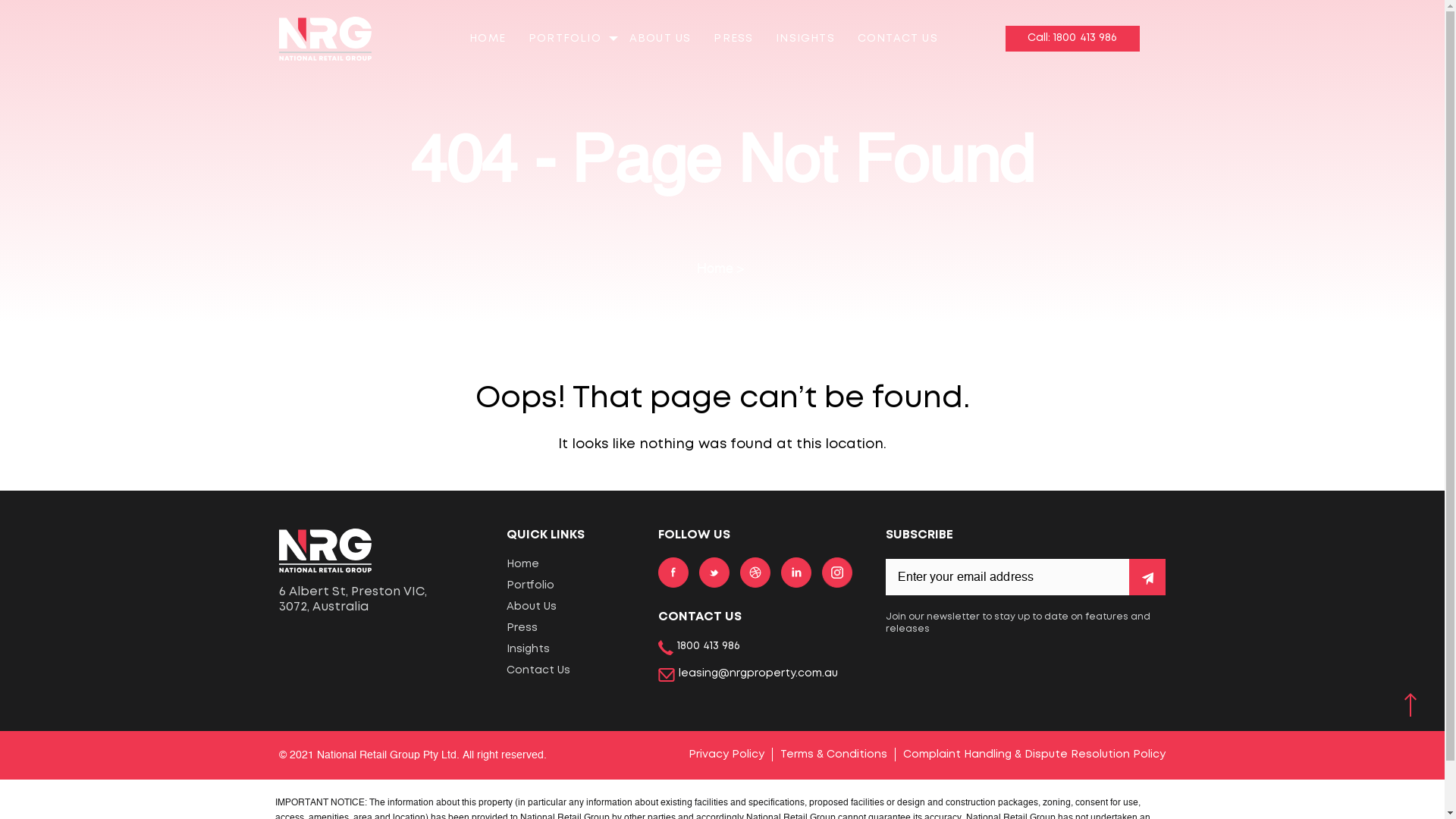 This screenshot has width=1456, height=819. Describe the element at coordinates (833, 755) in the screenshot. I see `'Terms & Conditions'` at that location.